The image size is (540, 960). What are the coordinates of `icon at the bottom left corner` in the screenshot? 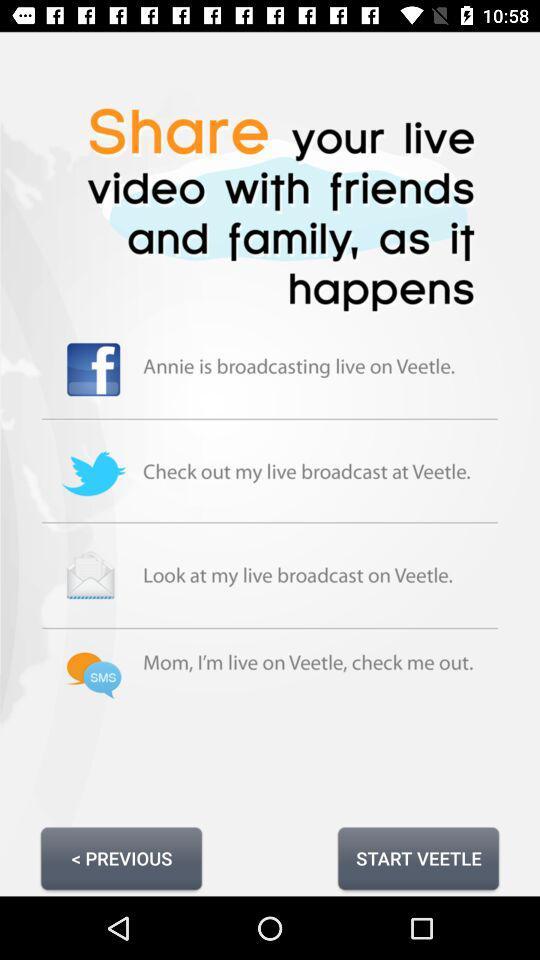 It's located at (121, 857).